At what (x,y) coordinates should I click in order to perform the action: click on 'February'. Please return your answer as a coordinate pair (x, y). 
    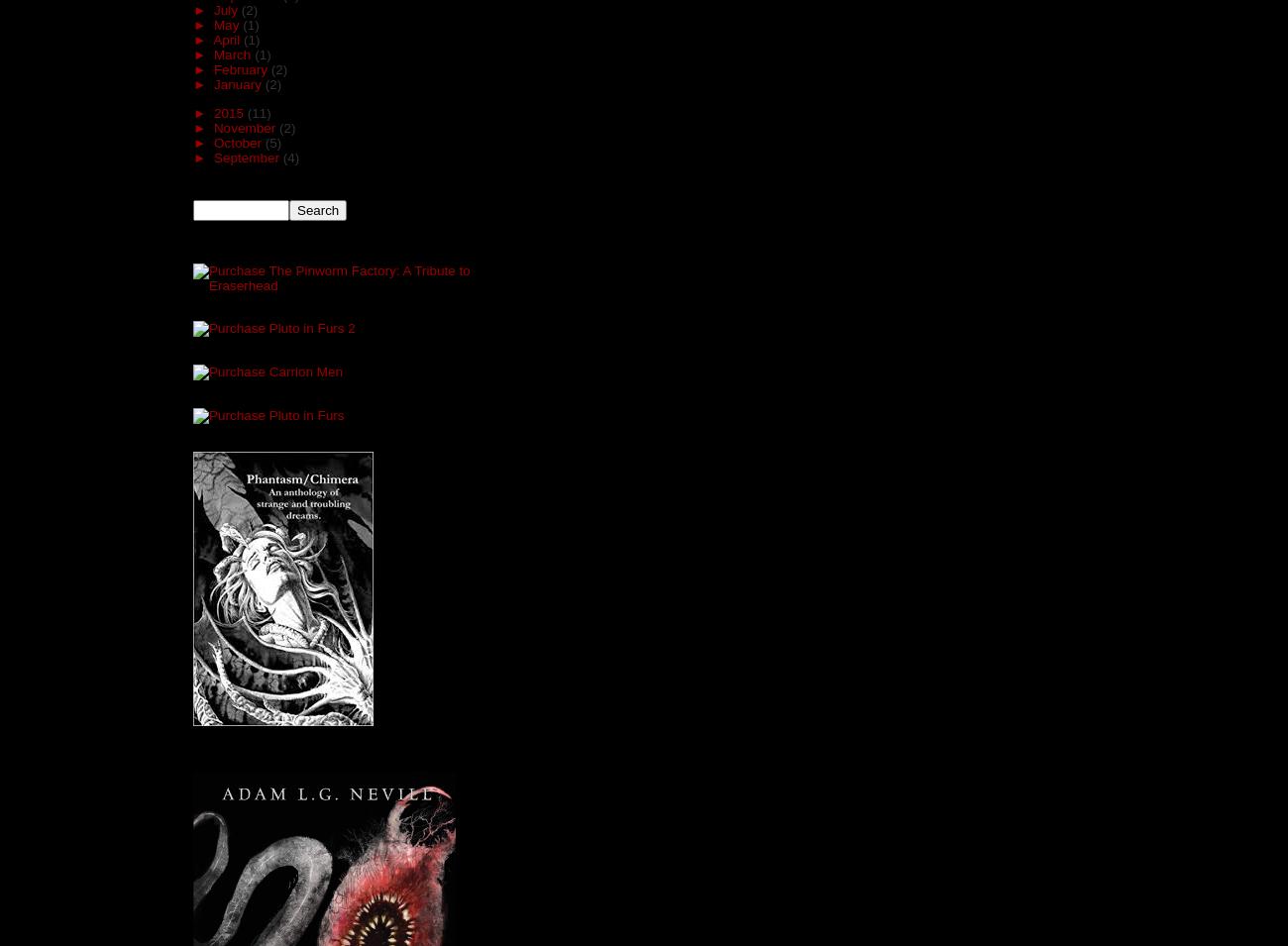
    Looking at the image, I should click on (241, 68).